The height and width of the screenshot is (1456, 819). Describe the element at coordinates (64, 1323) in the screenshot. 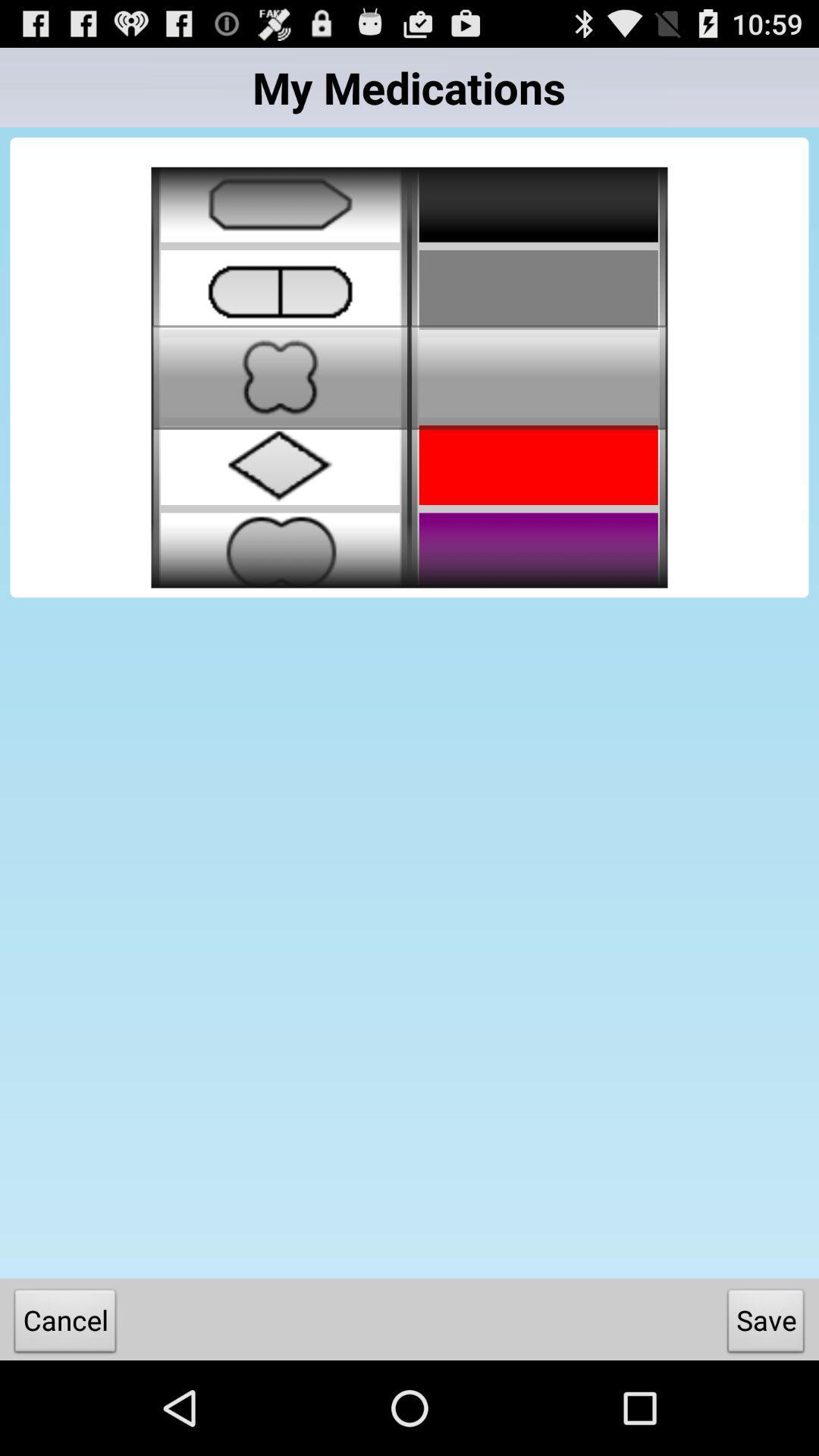

I see `the icon next to the save item` at that location.